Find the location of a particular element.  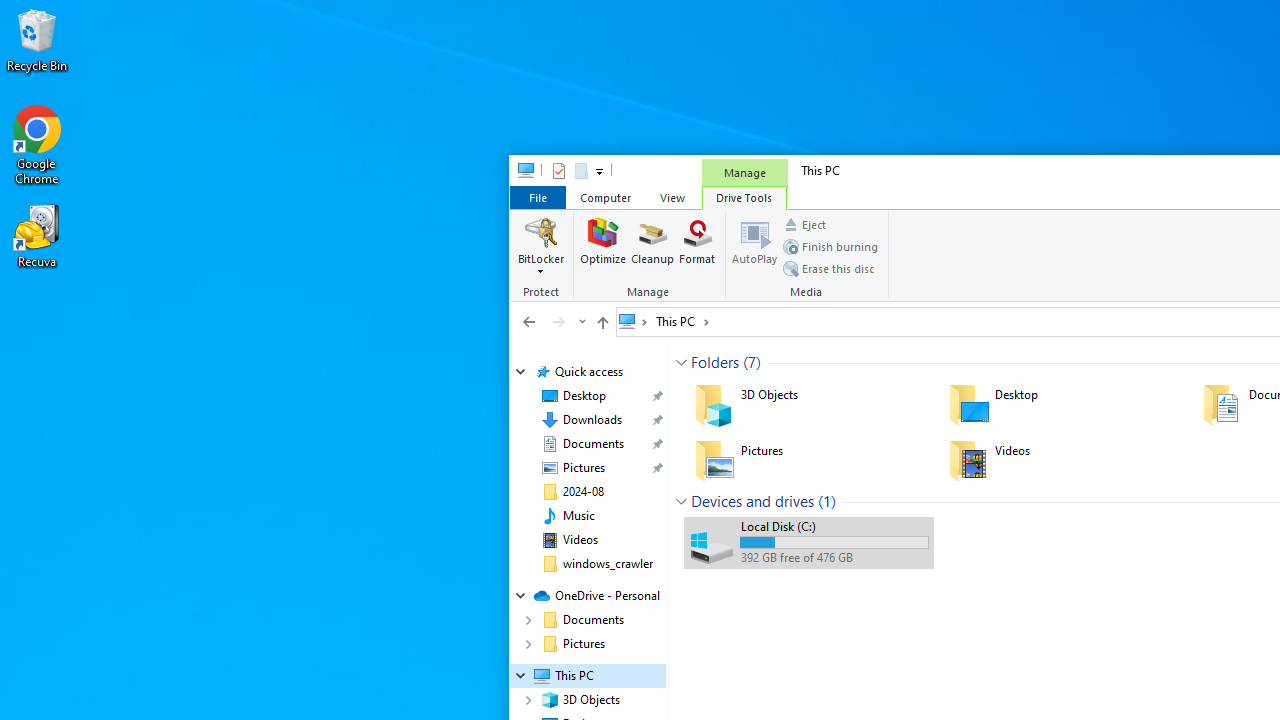

'Optimize' is located at coordinates (602, 245).